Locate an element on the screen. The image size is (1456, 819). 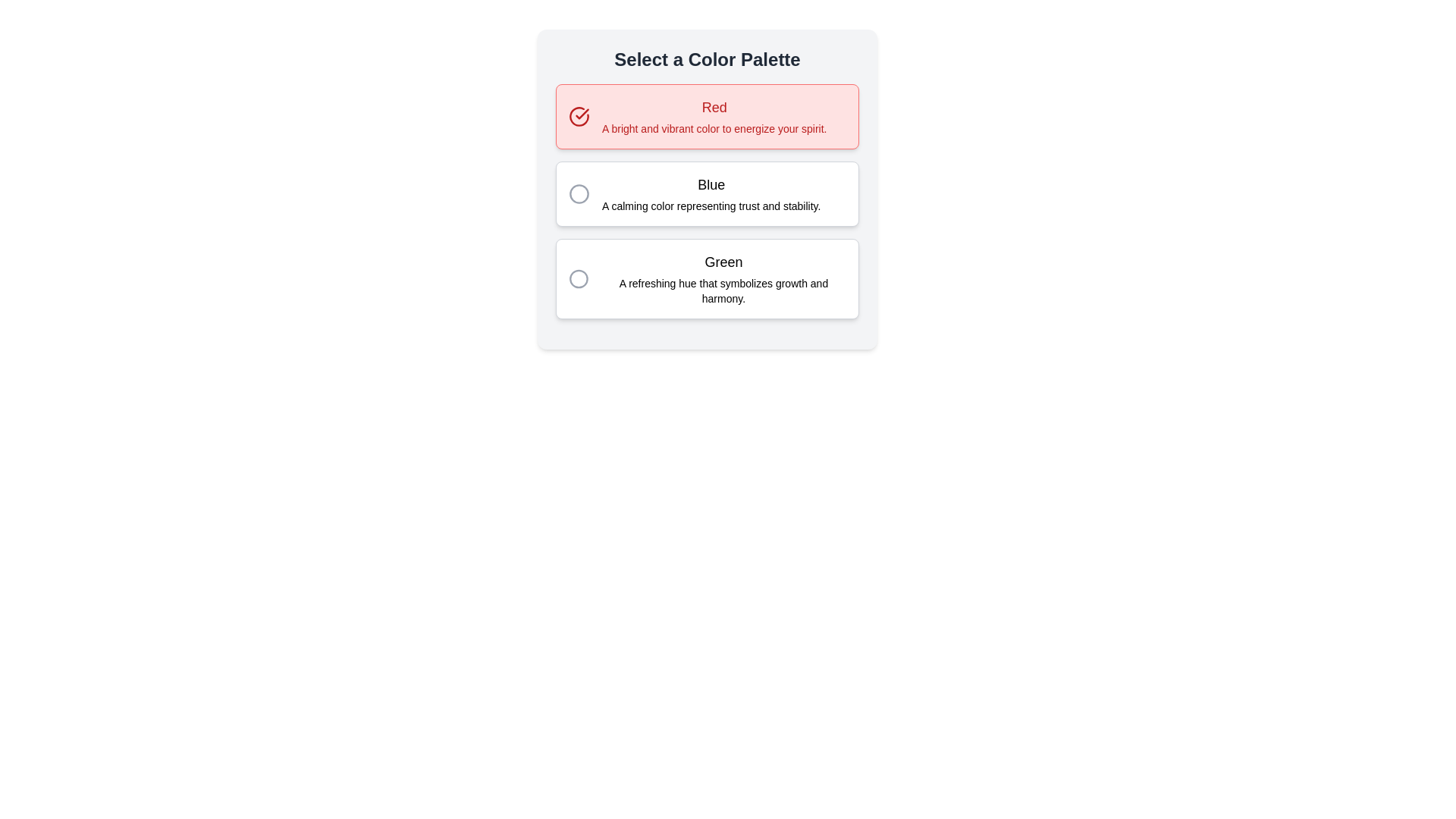
the radio button on the selectable option labeled 'Green' is located at coordinates (706, 278).